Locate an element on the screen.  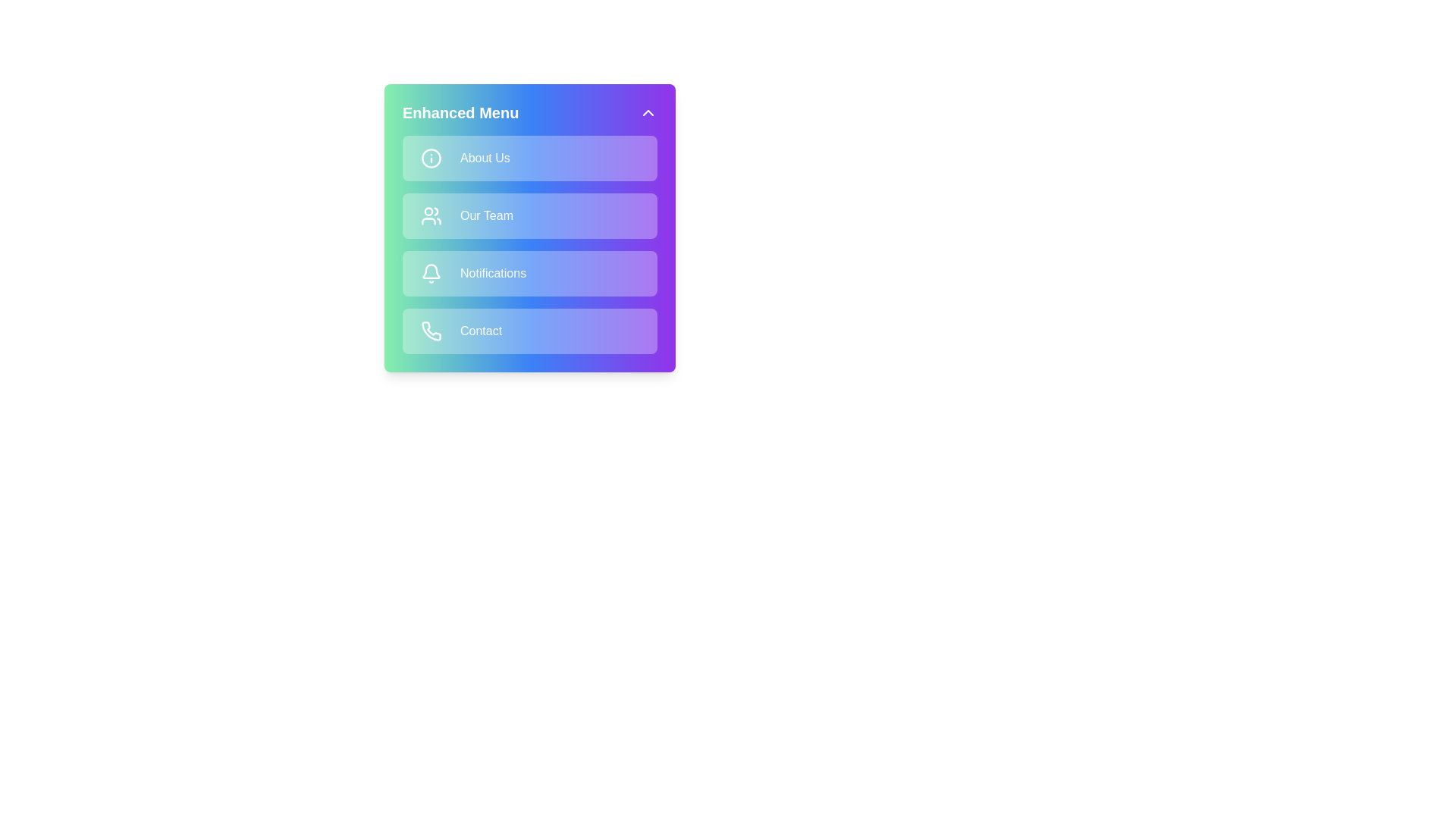
the menu item Notifications from the options available is located at coordinates (530, 274).